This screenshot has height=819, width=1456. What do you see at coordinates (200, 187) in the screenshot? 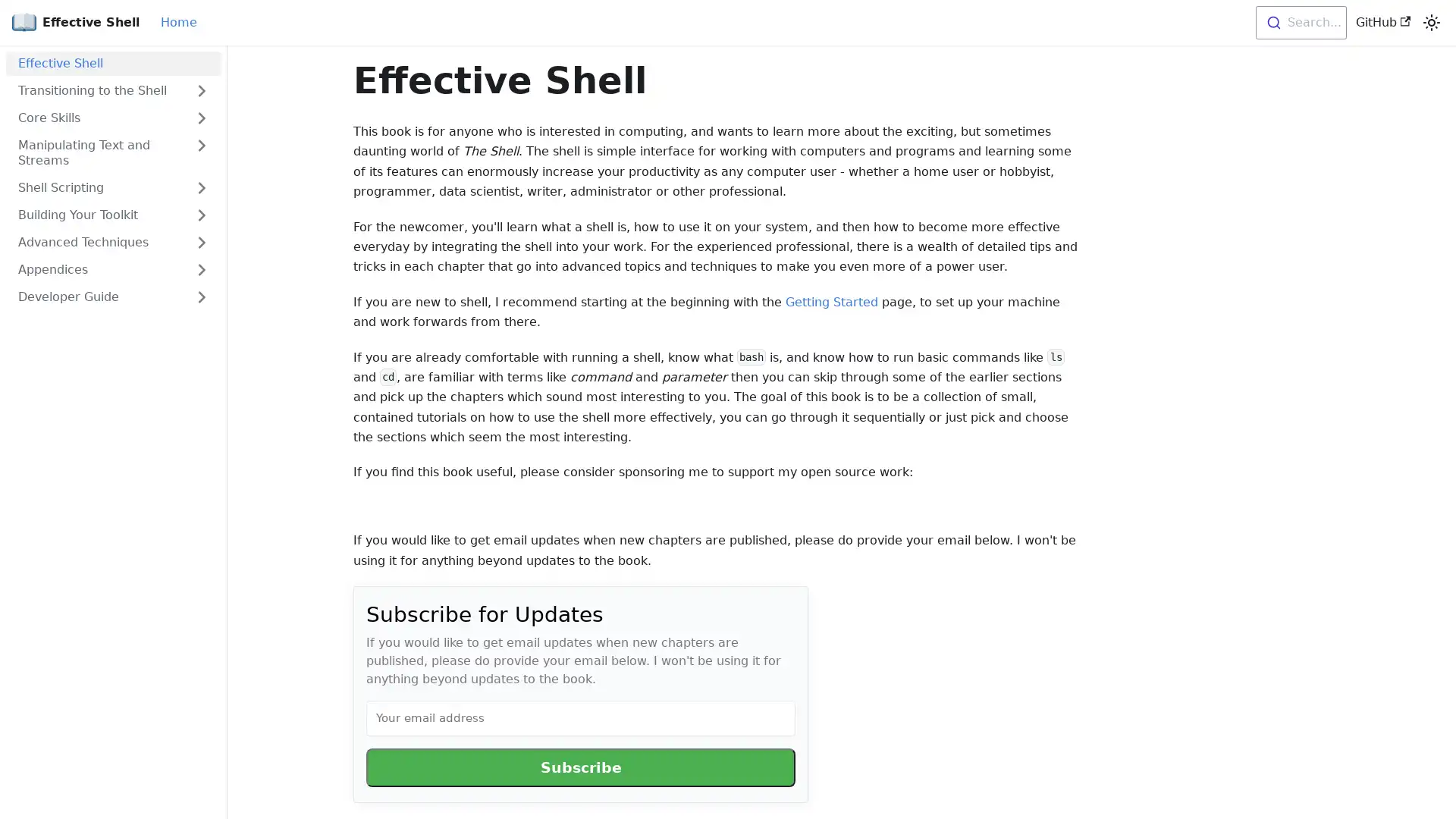
I see `Toggle the collapsible sidebar category 'Shell Scripting'` at bounding box center [200, 187].